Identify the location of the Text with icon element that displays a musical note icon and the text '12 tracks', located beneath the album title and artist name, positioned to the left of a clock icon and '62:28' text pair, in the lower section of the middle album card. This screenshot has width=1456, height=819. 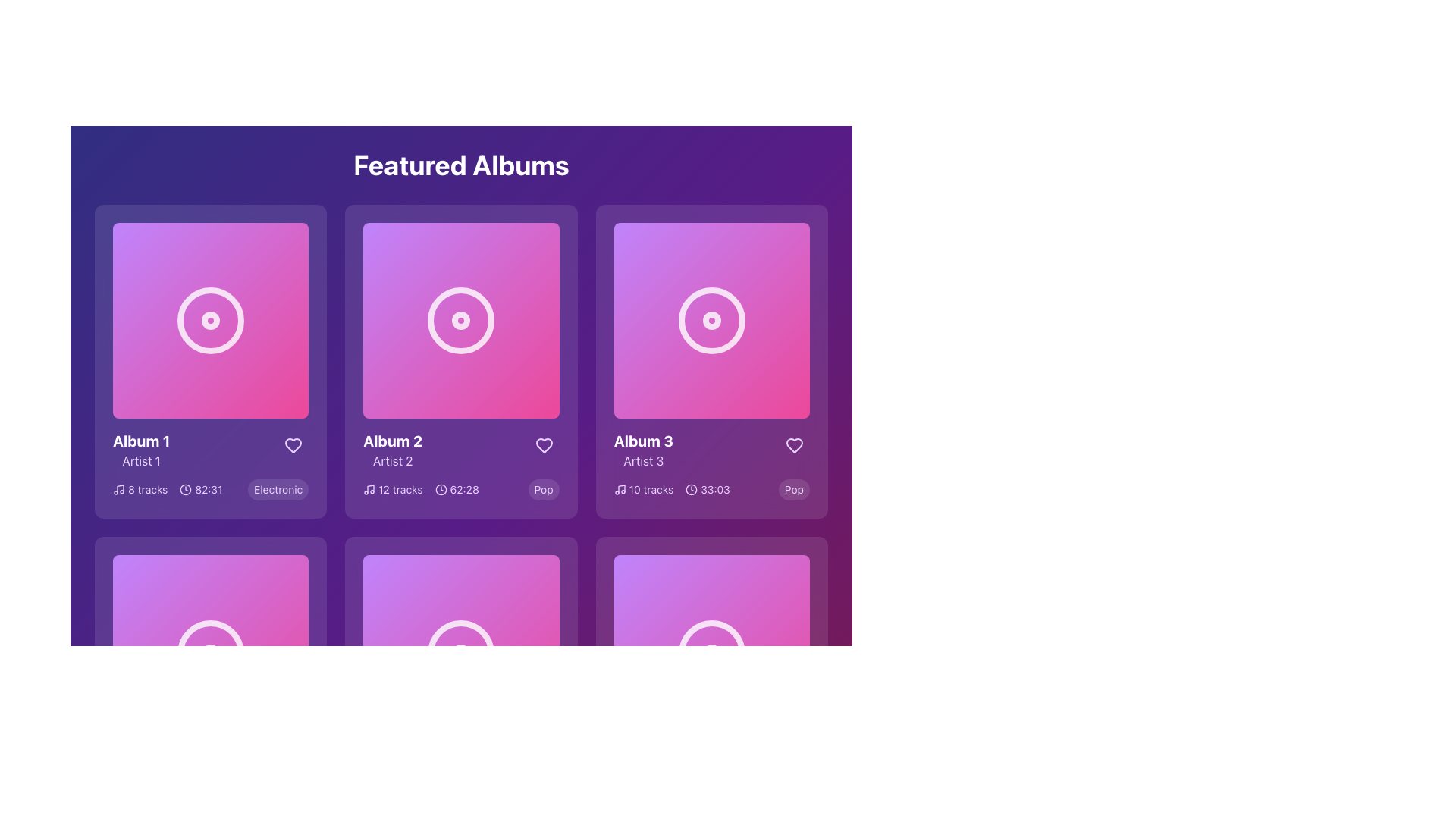
(393, 490).